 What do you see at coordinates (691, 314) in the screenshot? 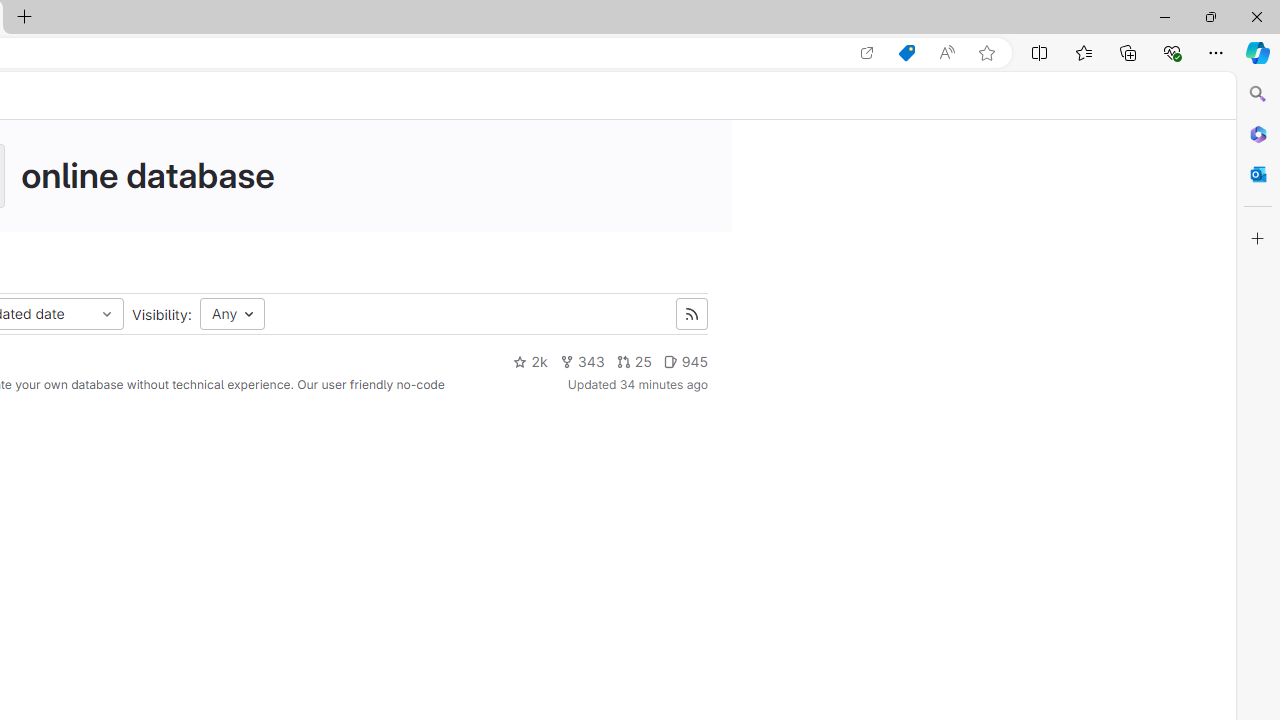
I see `'Class: s16 gl-icon gl-button-icon '` at bounding box center [691, 314].